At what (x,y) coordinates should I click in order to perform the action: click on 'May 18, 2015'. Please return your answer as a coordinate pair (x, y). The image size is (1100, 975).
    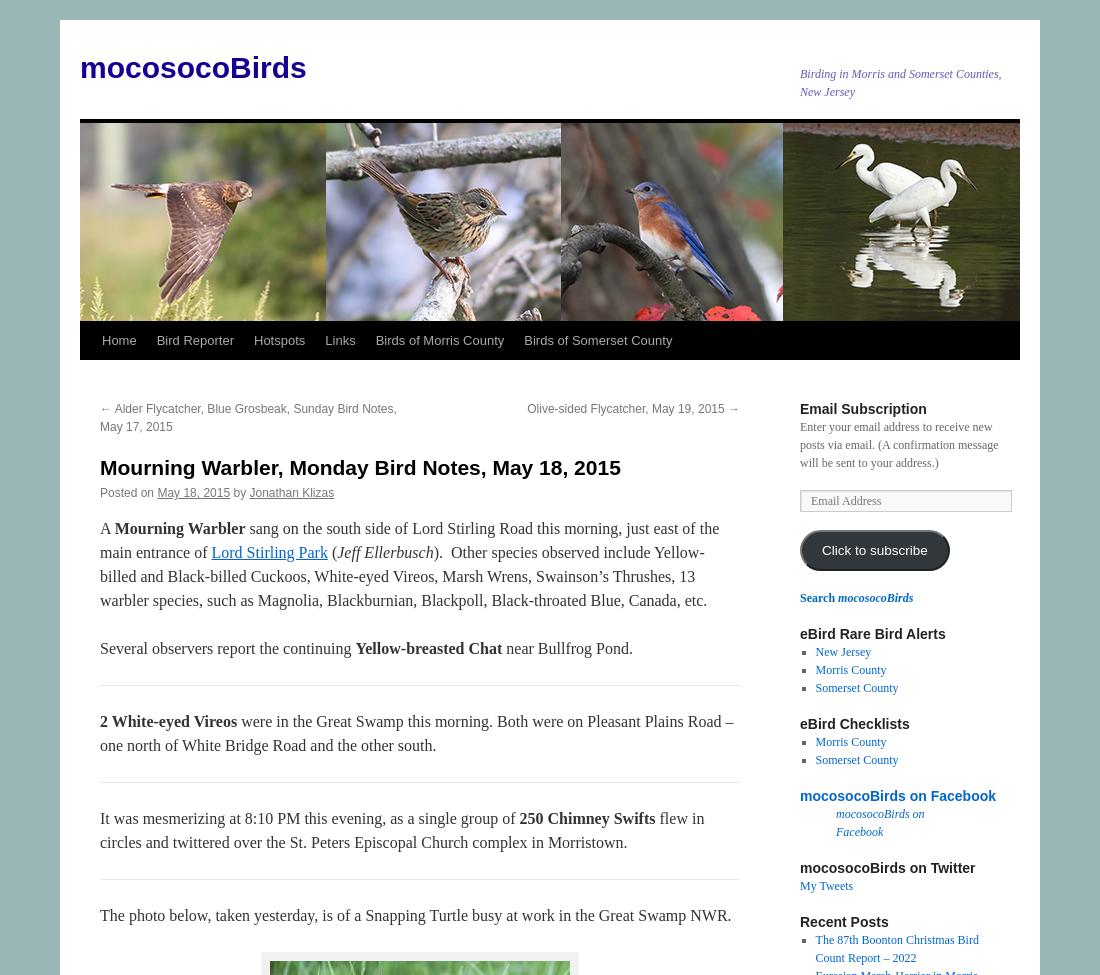
    Looking at the image, I should click on (192, 491).